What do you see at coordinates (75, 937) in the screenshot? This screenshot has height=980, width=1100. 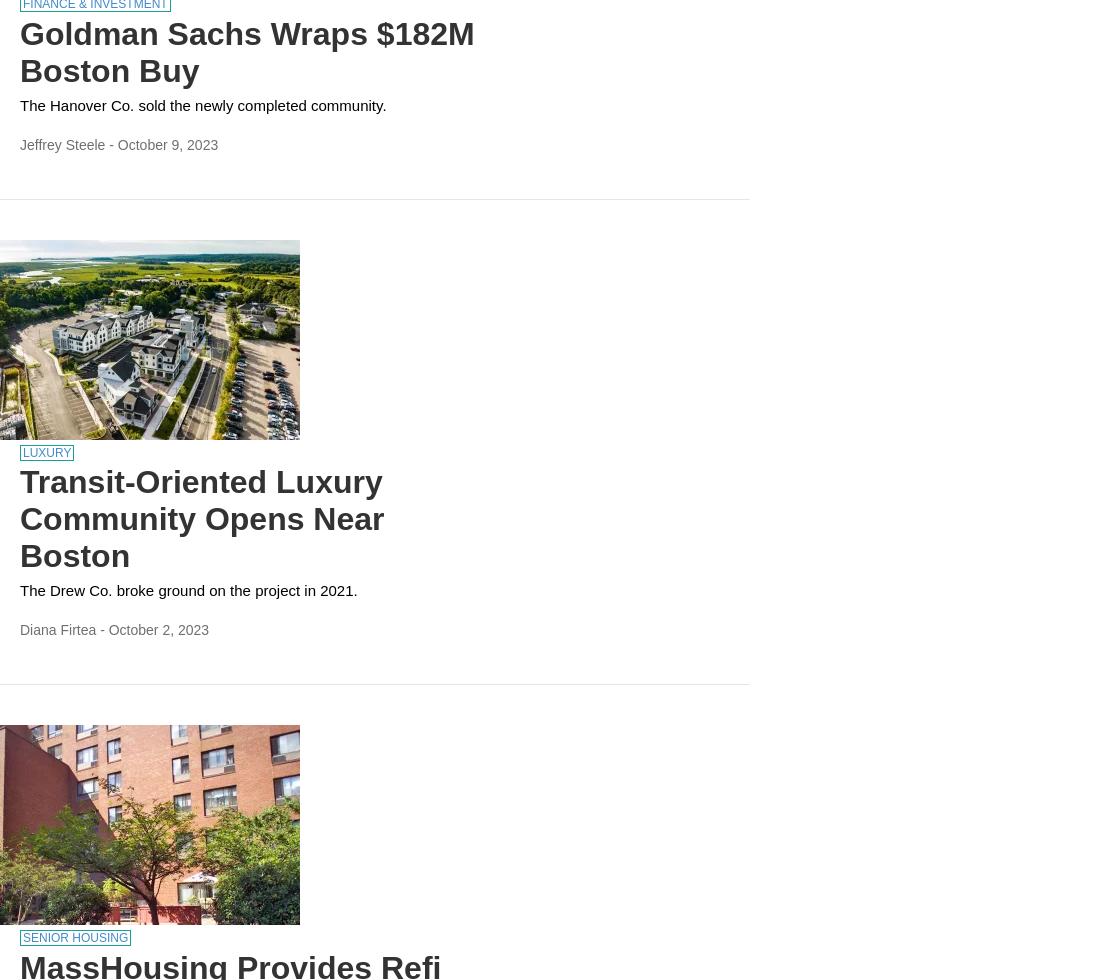 I see `'Senior Housing'` at bounding box center [75, 937].